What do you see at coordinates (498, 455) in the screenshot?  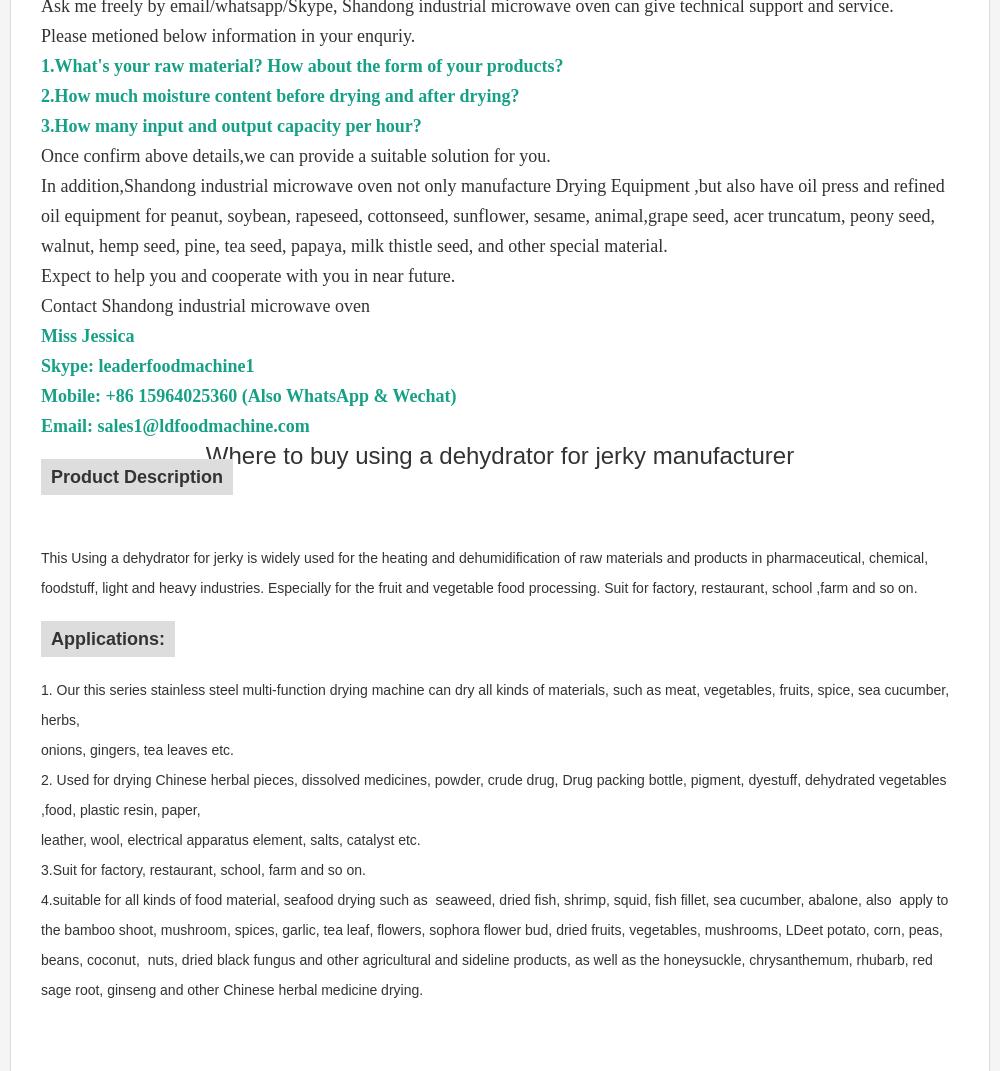 I see `'Where to buy using a dehydrator for jerky manufacturer'` at bounding box center [498, 455].